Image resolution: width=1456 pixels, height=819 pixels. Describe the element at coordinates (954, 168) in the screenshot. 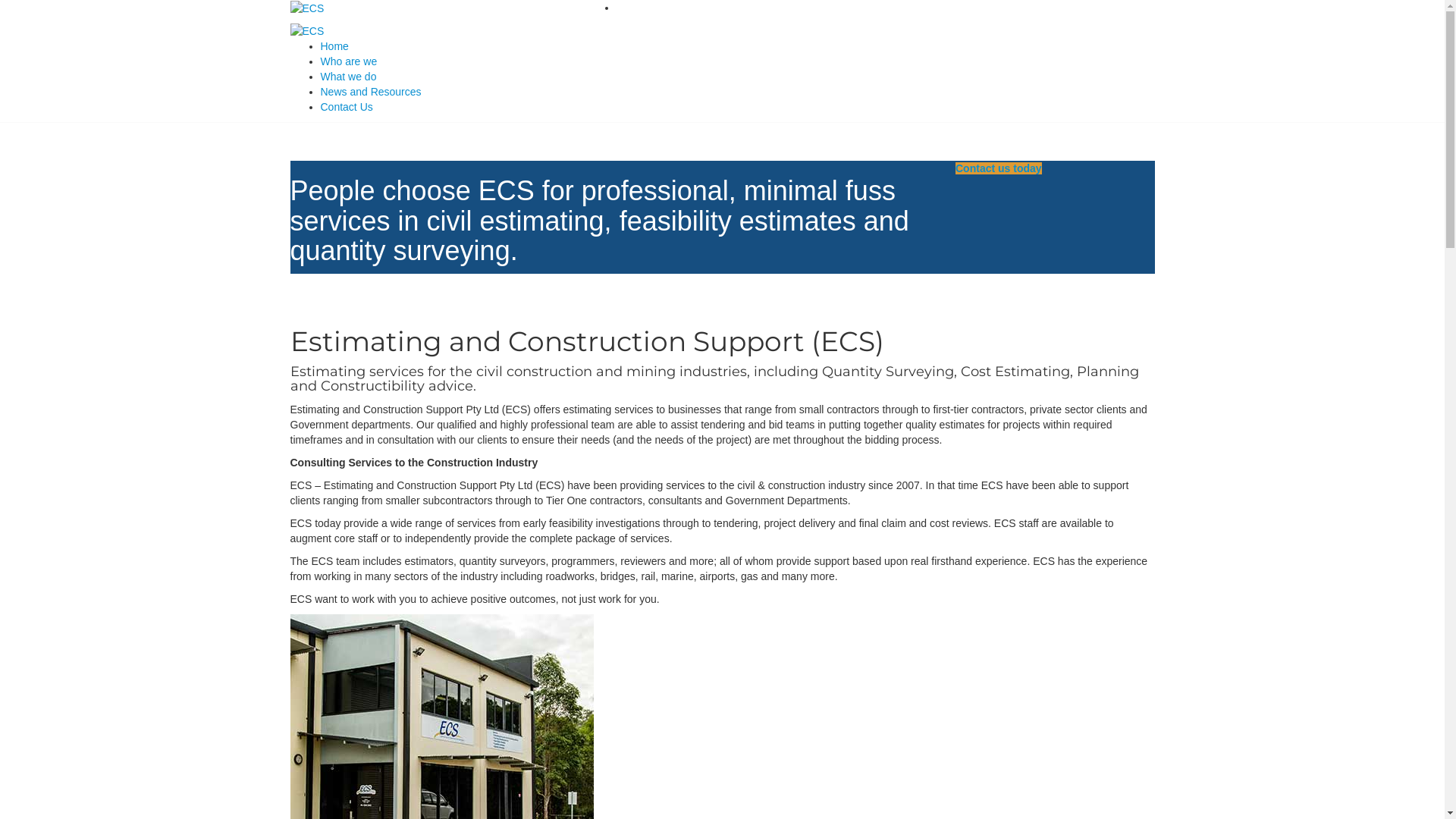

I see `'Contact us today'` at that location.